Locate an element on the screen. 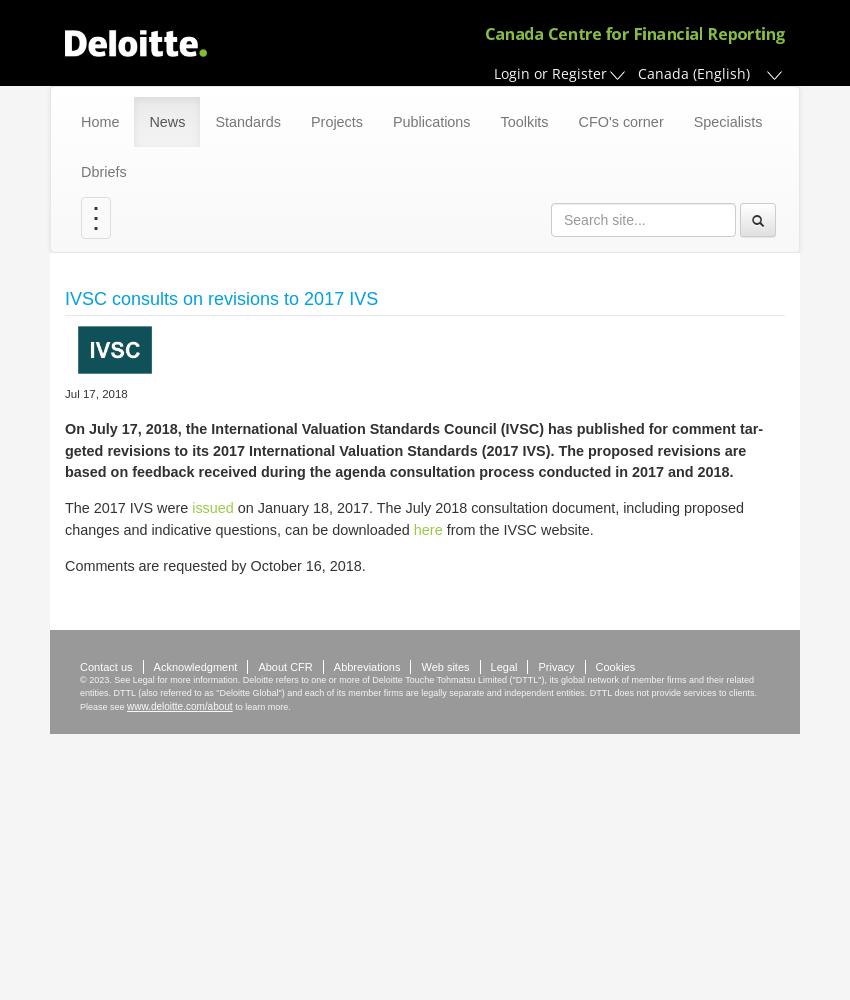  'on Jan­u­ary 18, 2017. The July 2018 con­sul­ta­tion doc­u­ment, in­clud­ing pro­posed changes and in­dica­tive ques­tions, can be down­loaded' is located at coordinates (404, 518).